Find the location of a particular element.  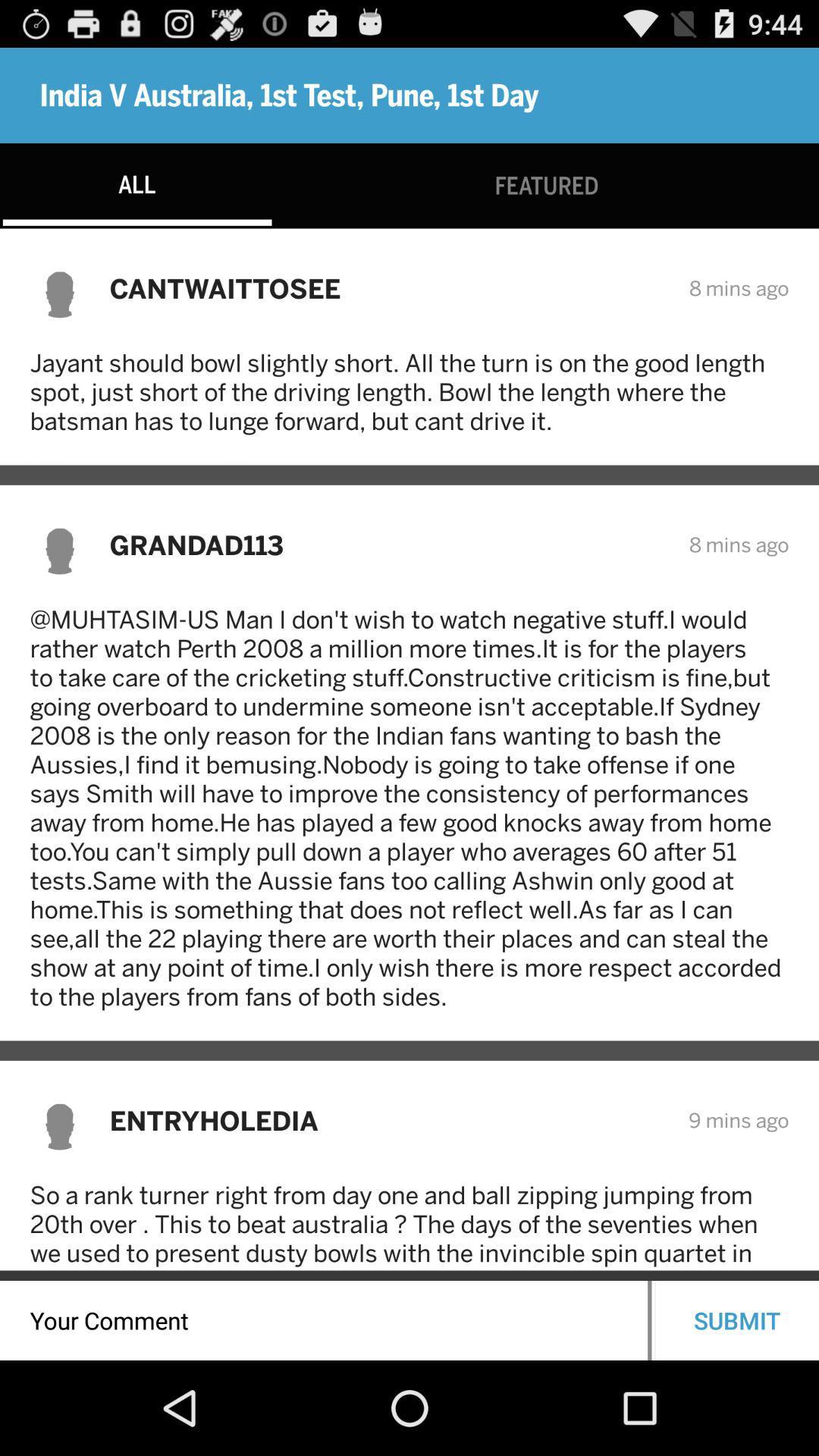

the muhtasim us man item is located at coordinates (409, 807).